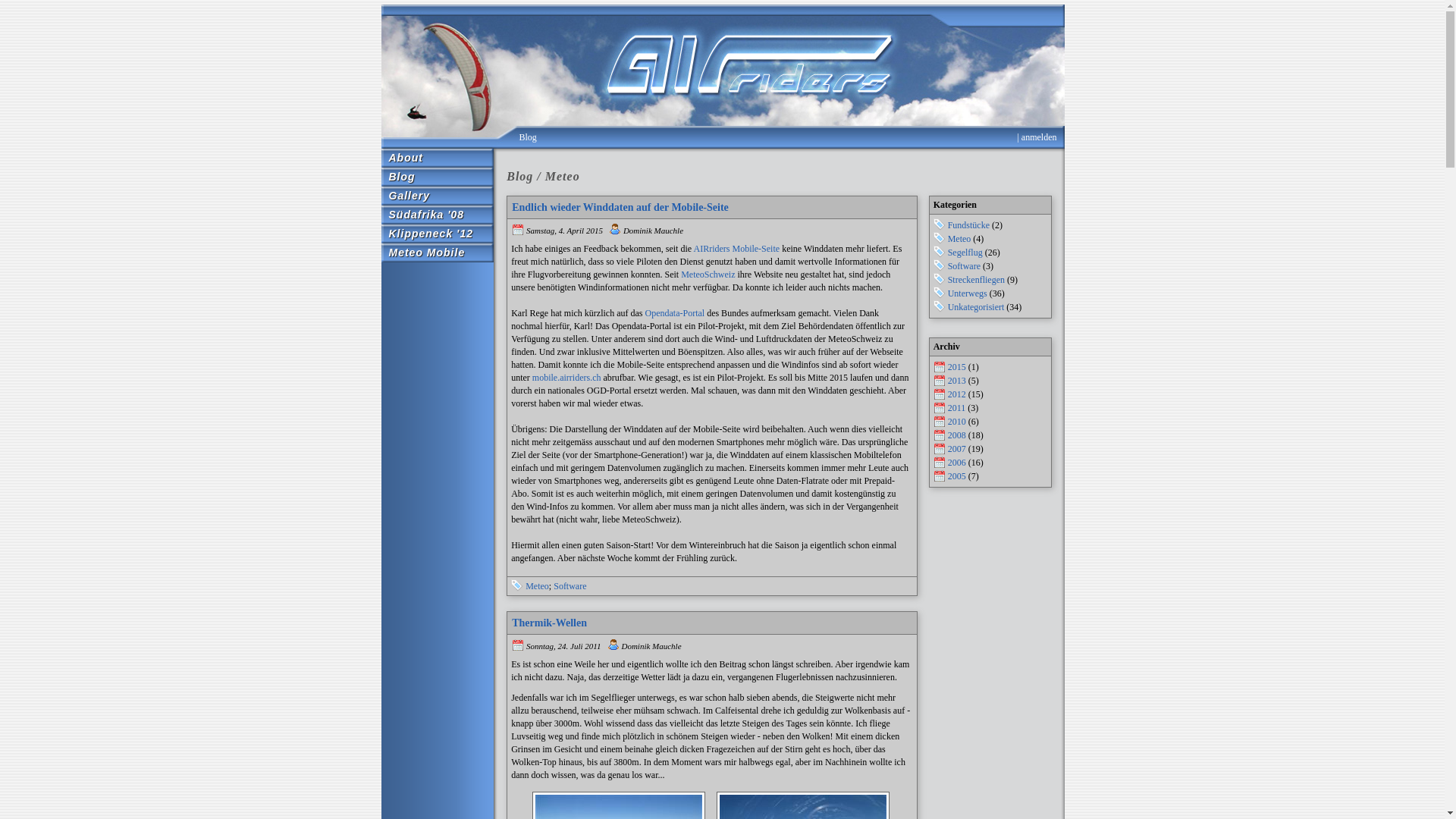 This screenshot has width=1456, height=819. Describe the element at coordinates (436, 250) in the screenshot. I see `'Meteo Mobile'` at that location.